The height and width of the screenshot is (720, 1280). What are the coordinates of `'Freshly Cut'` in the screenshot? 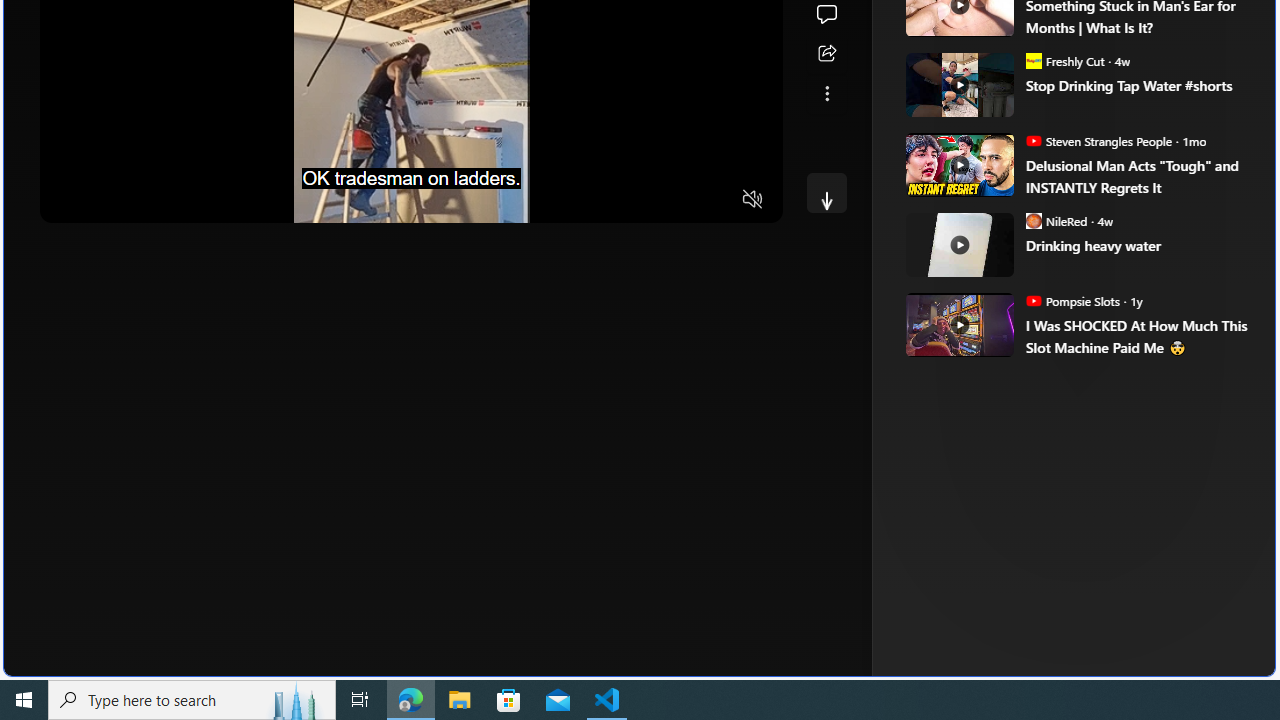 It's located at (1033, 59).